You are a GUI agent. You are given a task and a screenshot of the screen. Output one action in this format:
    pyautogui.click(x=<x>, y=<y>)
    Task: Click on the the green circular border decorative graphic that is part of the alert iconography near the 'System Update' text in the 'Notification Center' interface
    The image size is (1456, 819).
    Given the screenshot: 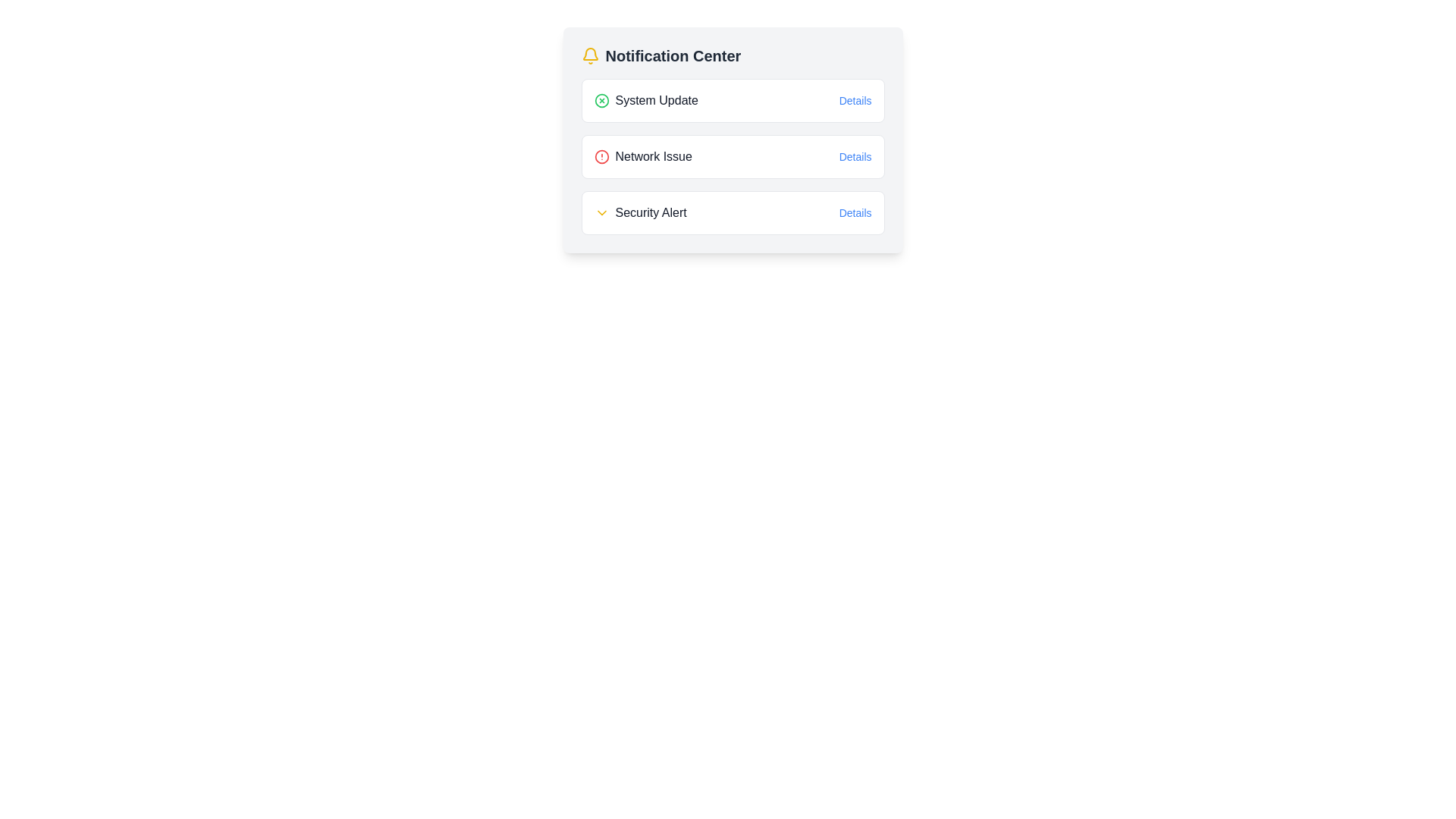 What is the action you would take?
    pyautogui.click(x=601, y=100)
    